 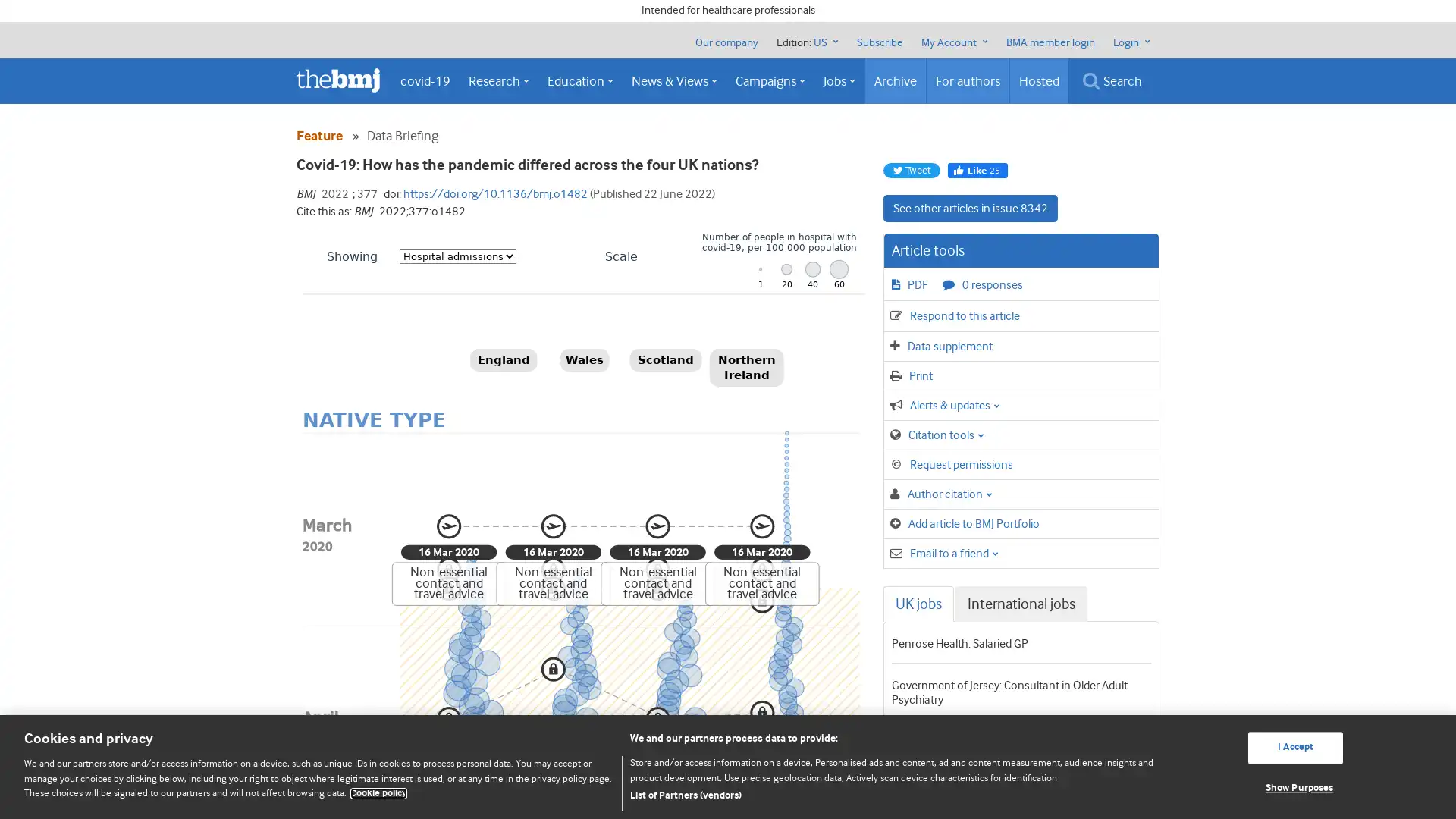 I want to click on Email to a friend, so click(x=952, y=553).